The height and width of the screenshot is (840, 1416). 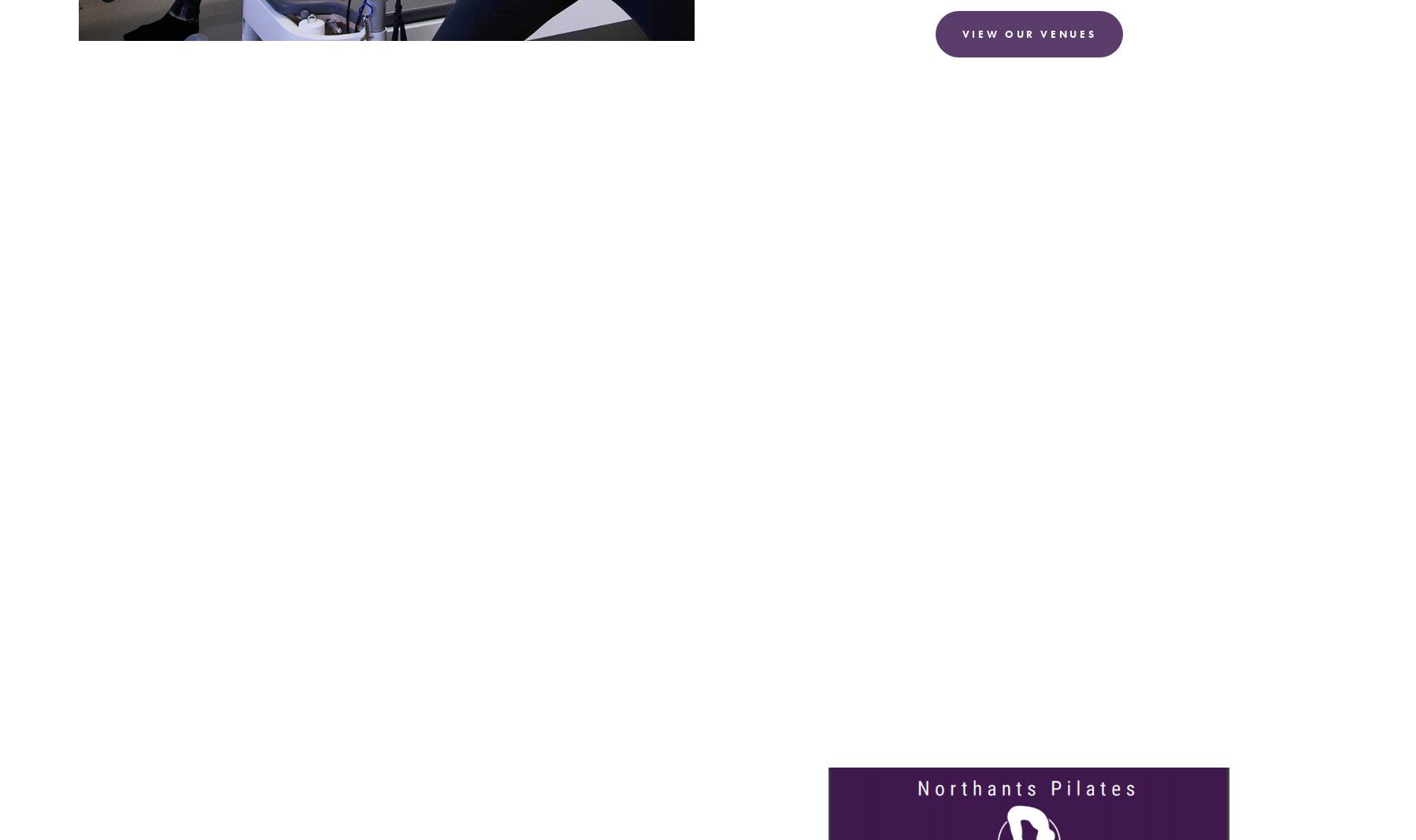 What do you see at coordinates (126, 689) in the screenshot?
I see `'Keep back problems from recurring by practising better movement patterns and changing harmful habits.'` at bounding box center [126, 689].